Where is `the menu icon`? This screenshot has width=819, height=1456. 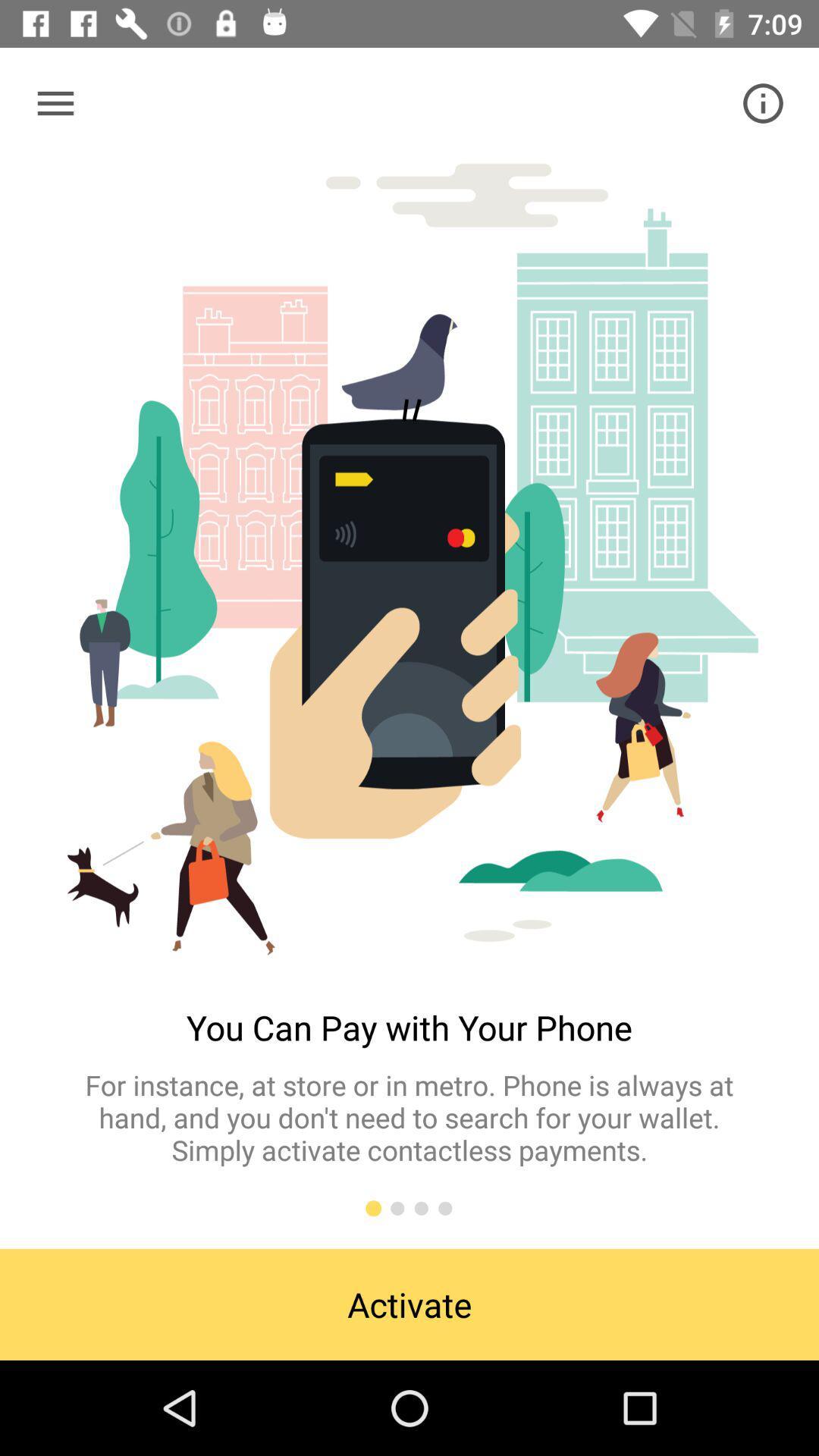
the menu icon is located at coordinates (55, 102).